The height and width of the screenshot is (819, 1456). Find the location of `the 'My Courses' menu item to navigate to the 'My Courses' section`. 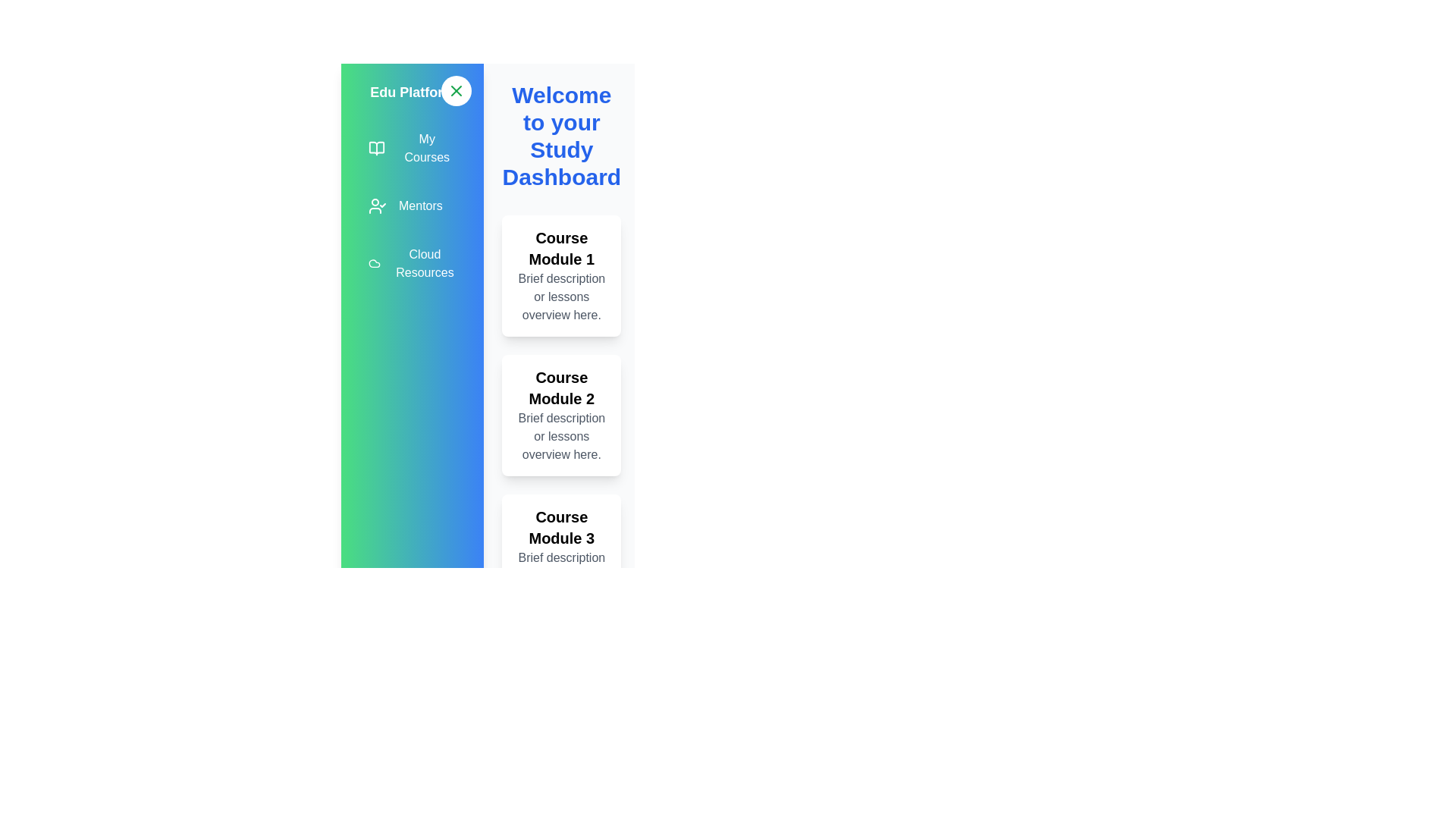

the 'My Courses' menu item to navigate to the 'My Courses' section is located at coordinates (412, 149).